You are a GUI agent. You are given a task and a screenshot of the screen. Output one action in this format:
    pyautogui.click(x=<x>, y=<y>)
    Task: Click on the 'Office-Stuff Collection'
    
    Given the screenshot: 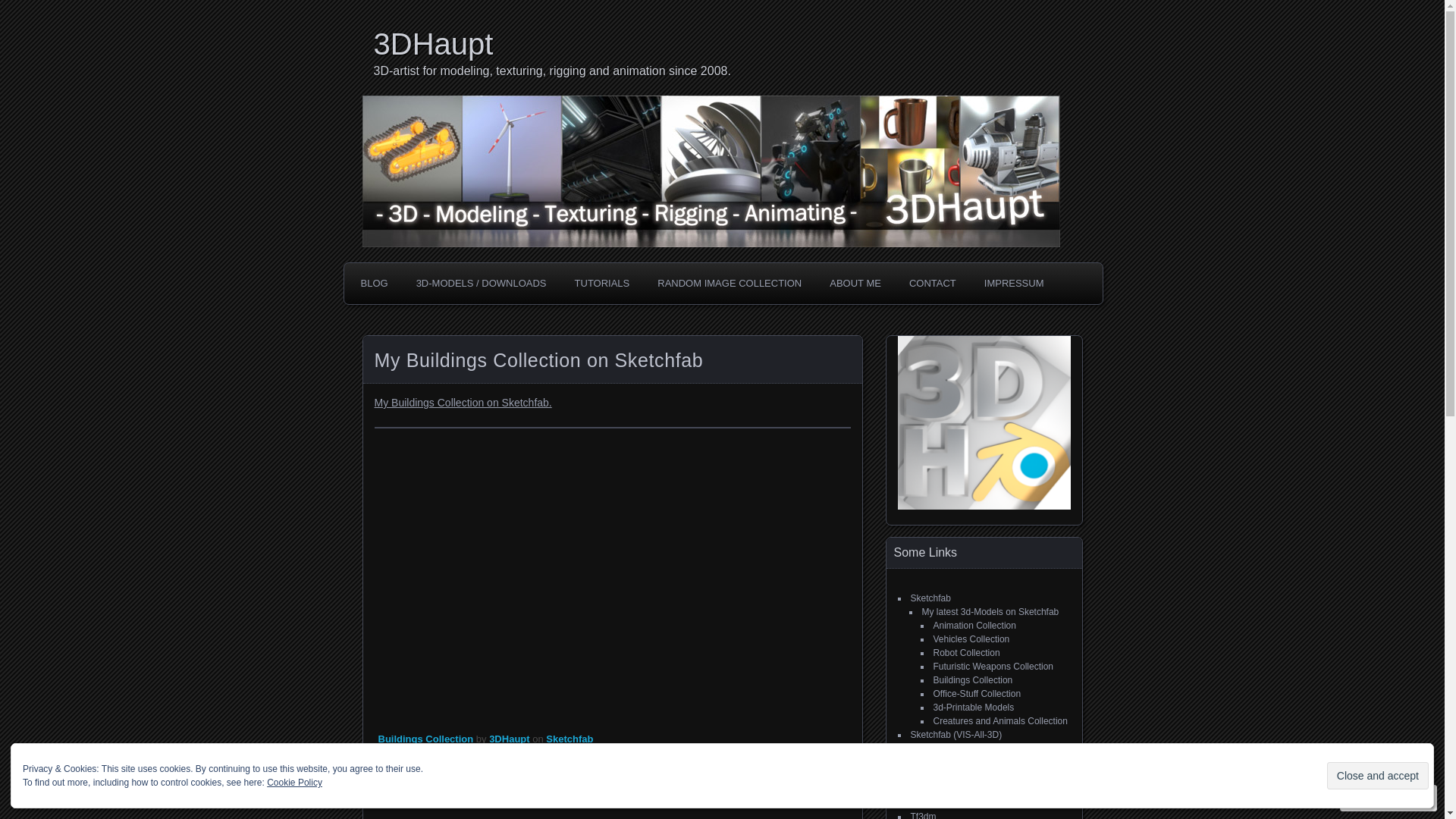 What is the action you would take?
    pyautogui.click(x=976, y=693)
    